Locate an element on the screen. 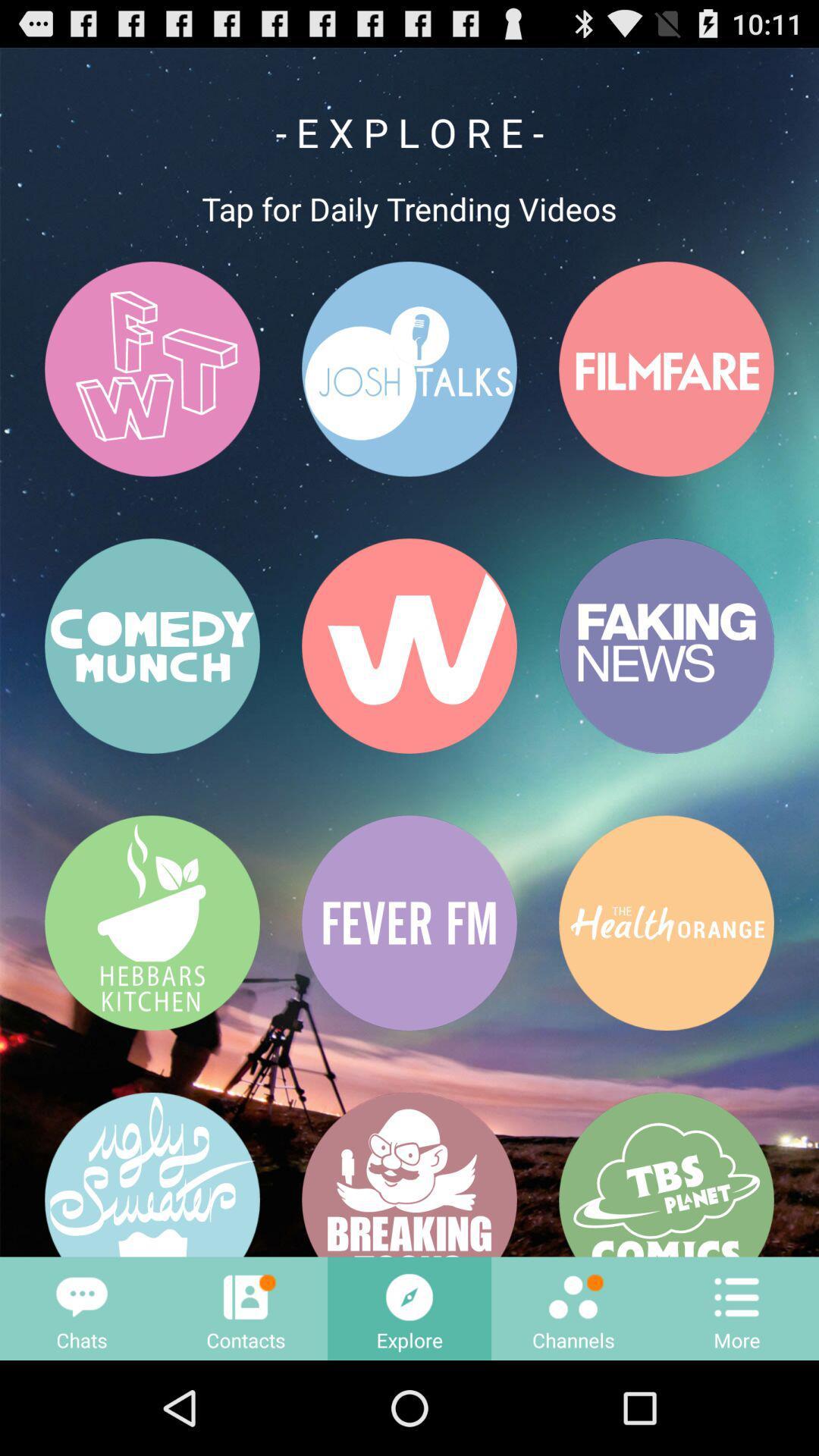 This screenshot has width=819, height=1456. the button that having a text fever fm is located at coordinates (409, 922).